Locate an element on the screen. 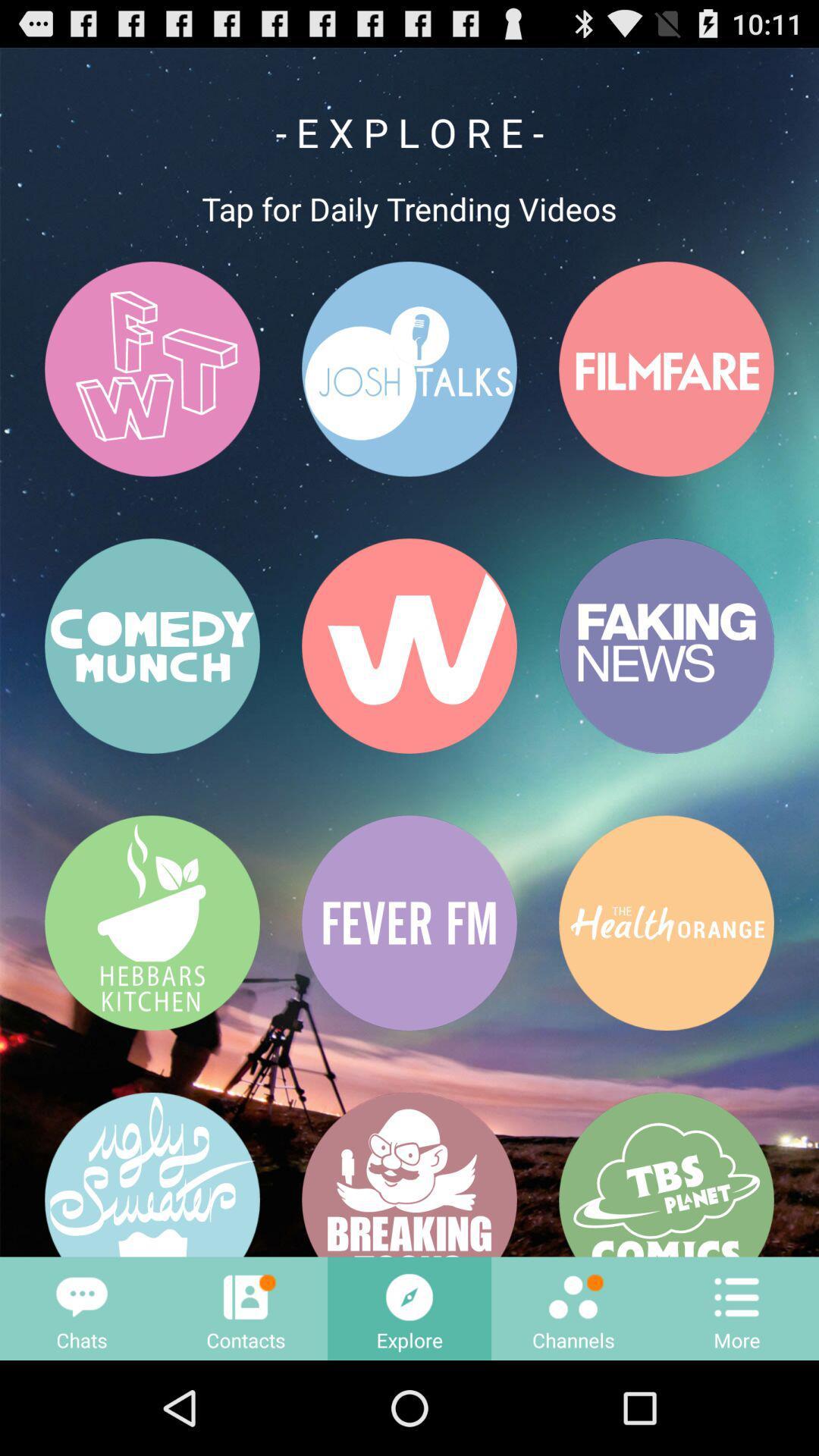 This screenshot has width=819, height=1456. the button that having a text fever fm is located at coordinates (409, 922).